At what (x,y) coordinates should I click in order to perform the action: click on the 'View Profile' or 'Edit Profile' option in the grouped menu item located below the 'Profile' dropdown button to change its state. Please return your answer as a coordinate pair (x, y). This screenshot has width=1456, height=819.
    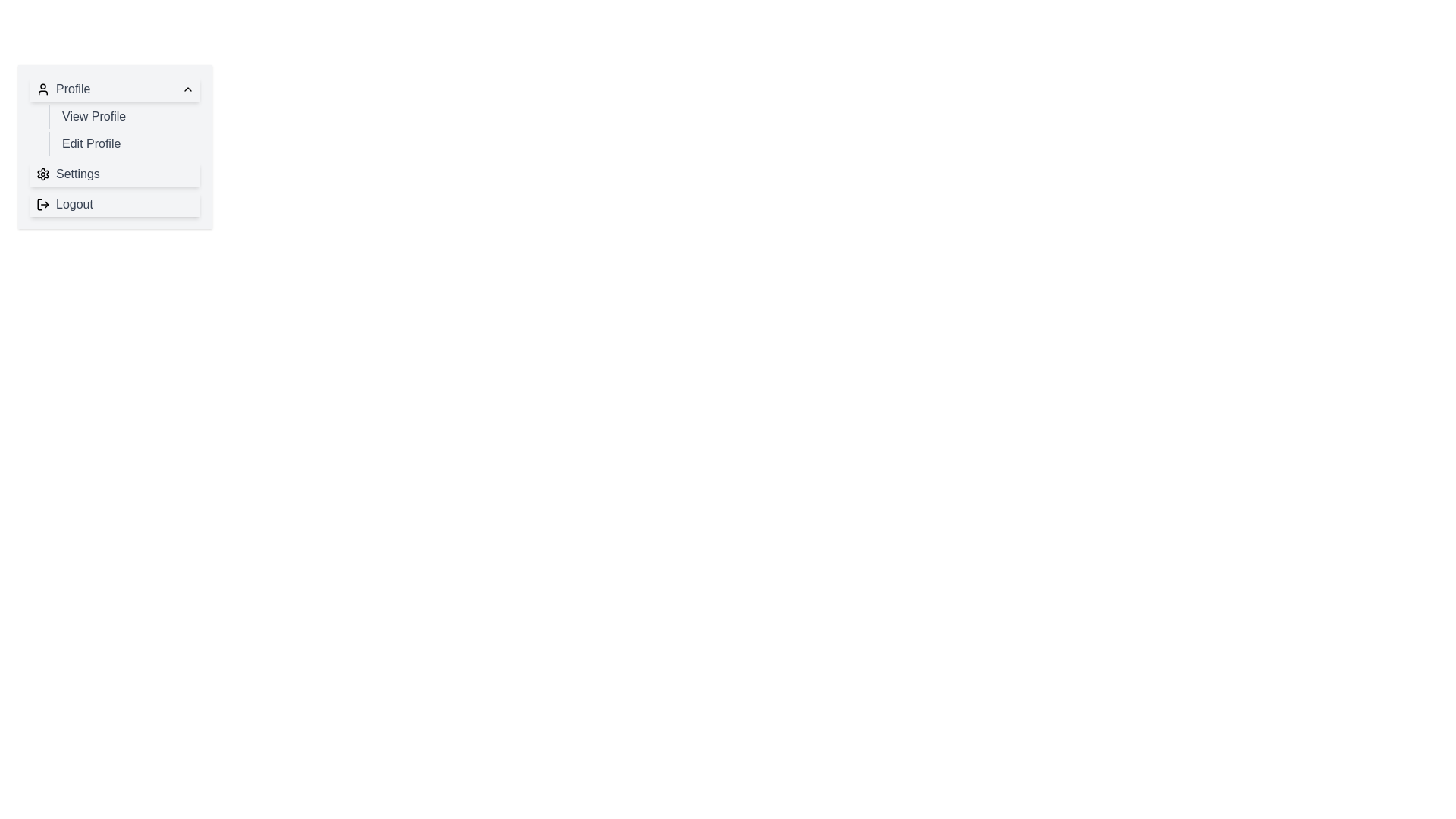
    Looking at the image, I should click on (115, 130).